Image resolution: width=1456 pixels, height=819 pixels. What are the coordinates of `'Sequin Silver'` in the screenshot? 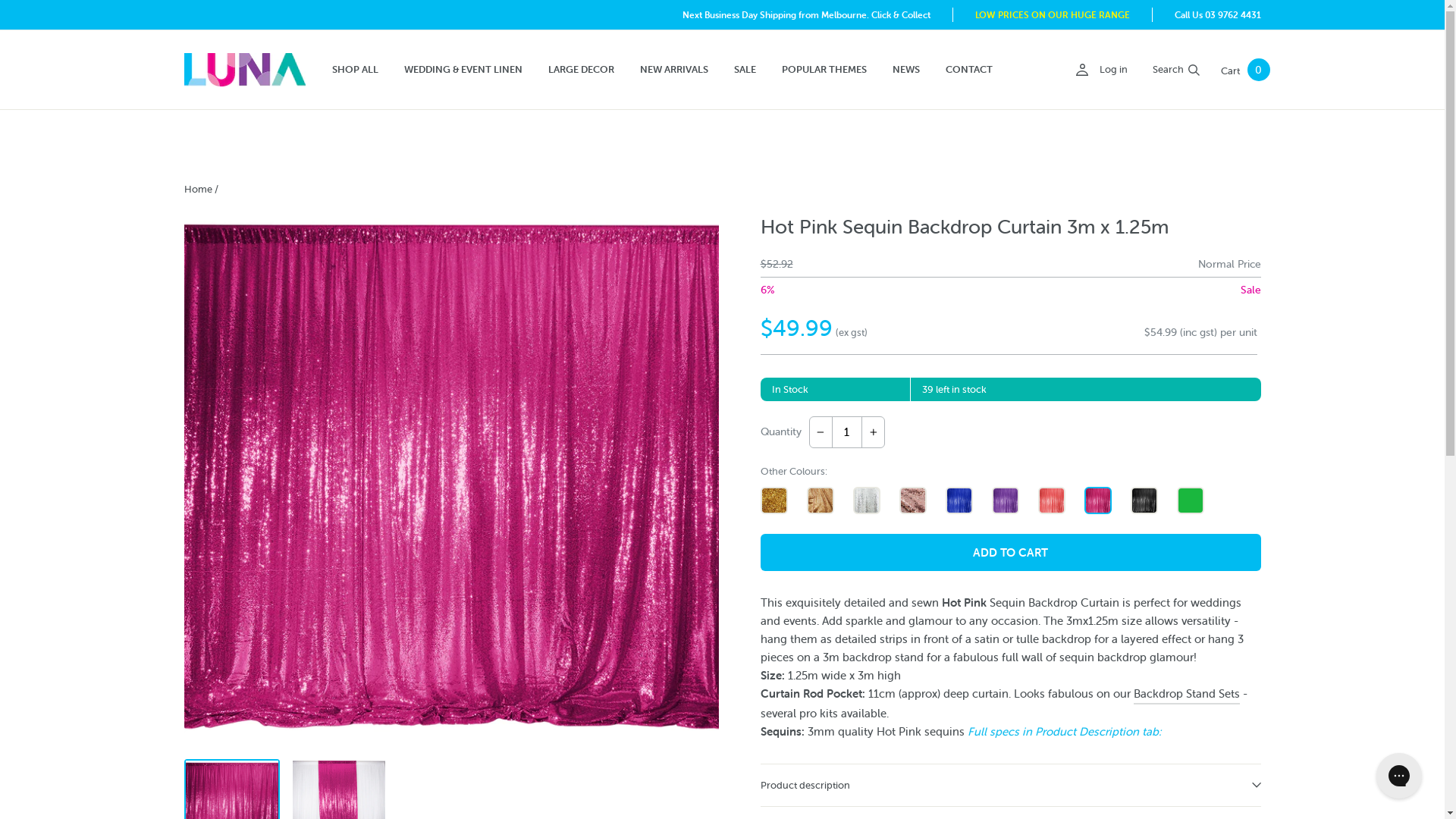 It's located at (866, 500).